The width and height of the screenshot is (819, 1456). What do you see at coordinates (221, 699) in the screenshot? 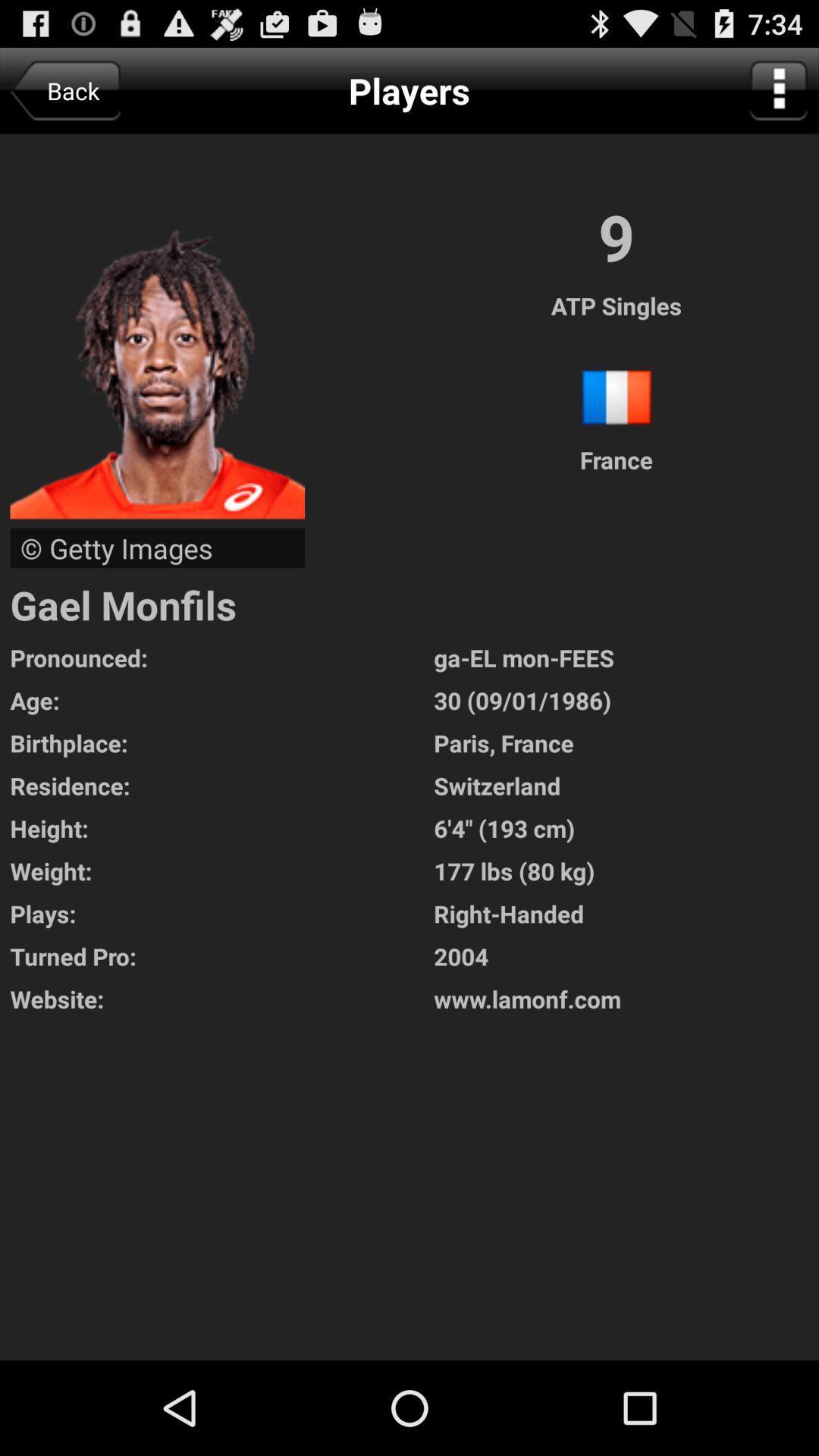
I see `icon to the left of ga el mon app` at bounding box center [221, 699].